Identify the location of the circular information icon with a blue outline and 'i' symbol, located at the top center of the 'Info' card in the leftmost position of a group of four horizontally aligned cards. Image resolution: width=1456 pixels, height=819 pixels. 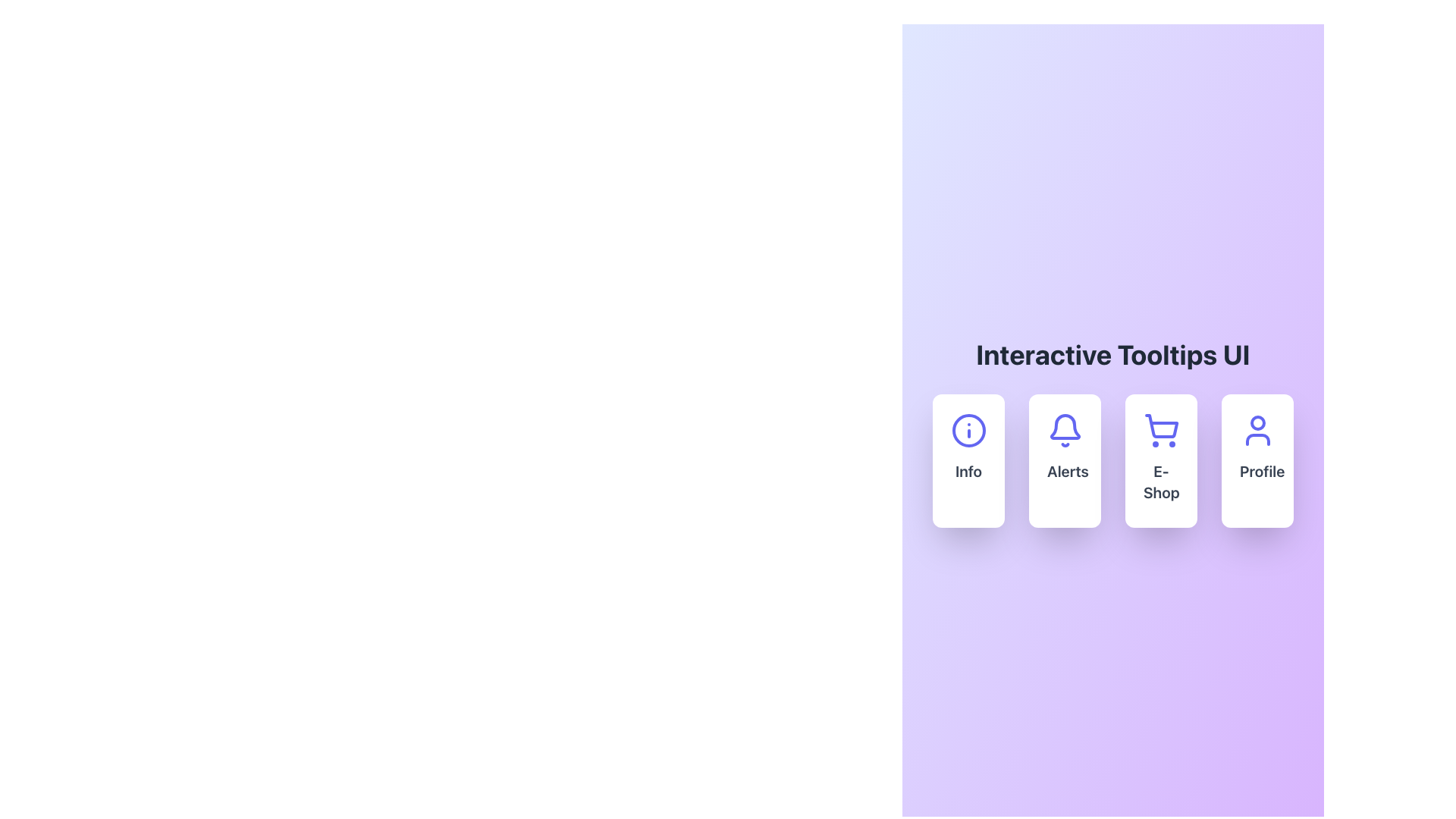
(968, 430).